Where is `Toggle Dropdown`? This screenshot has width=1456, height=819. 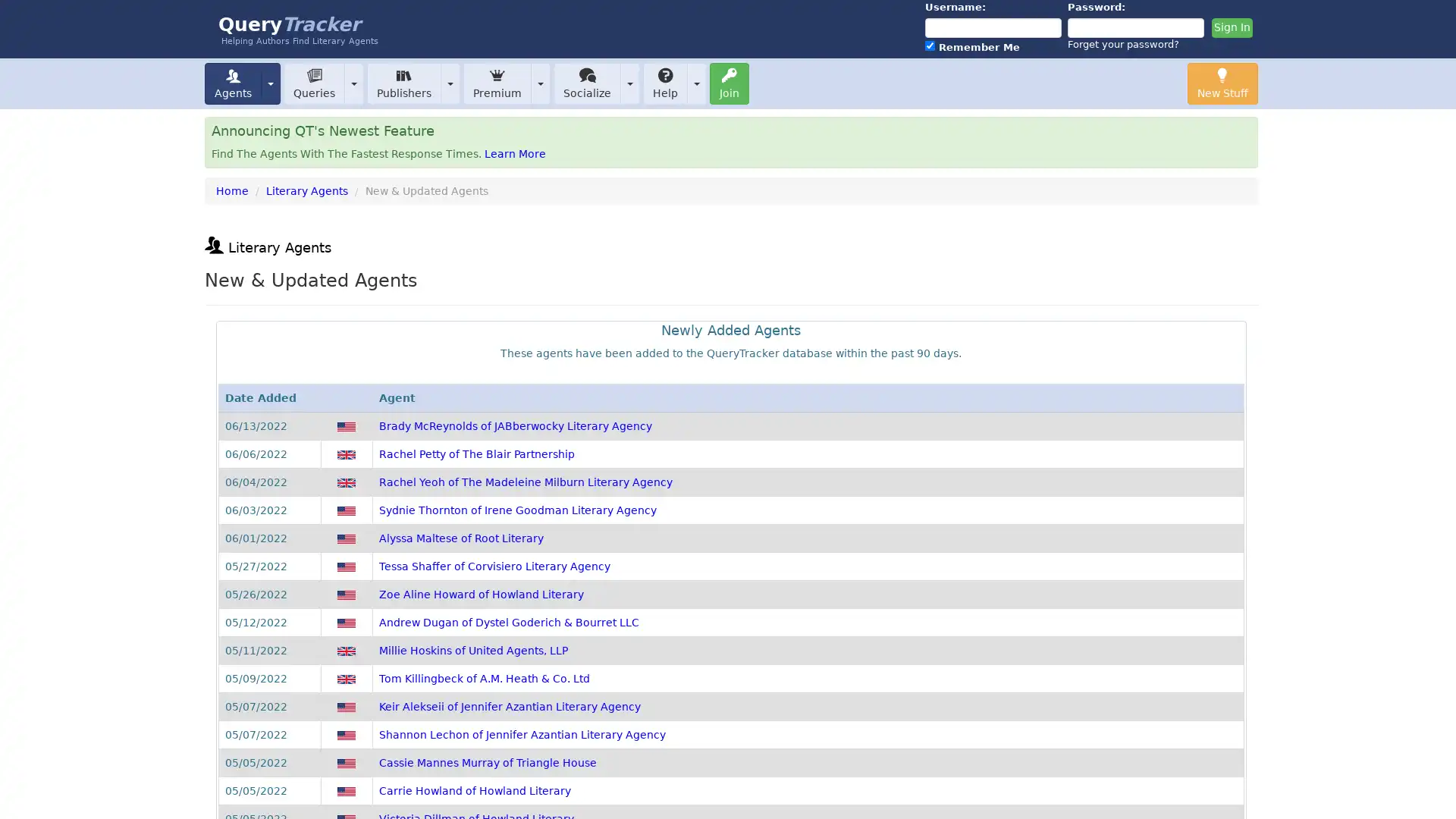 Toggle Dropdown is located at coordinates (353, 83).